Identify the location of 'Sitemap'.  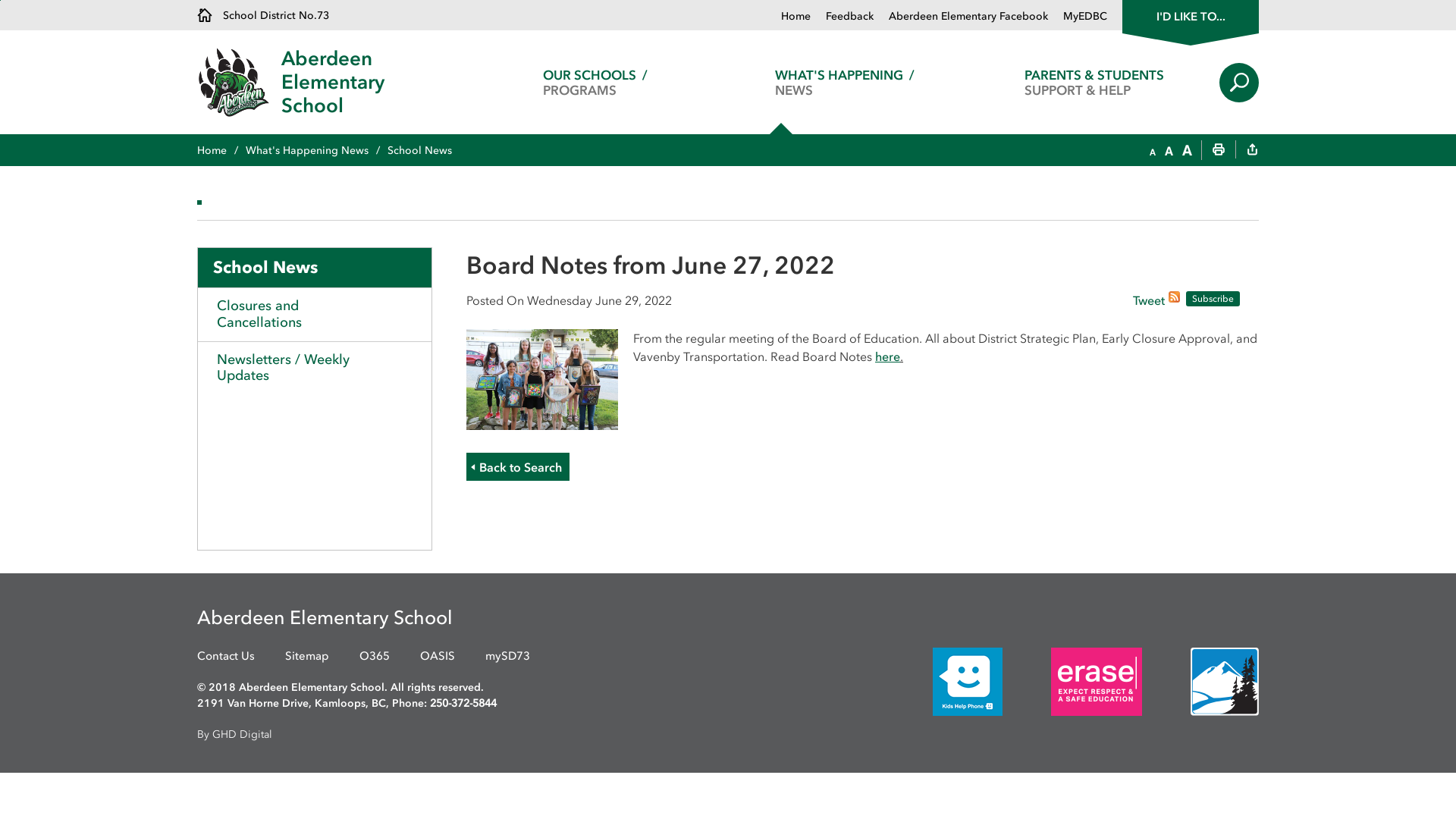
(284, 655).